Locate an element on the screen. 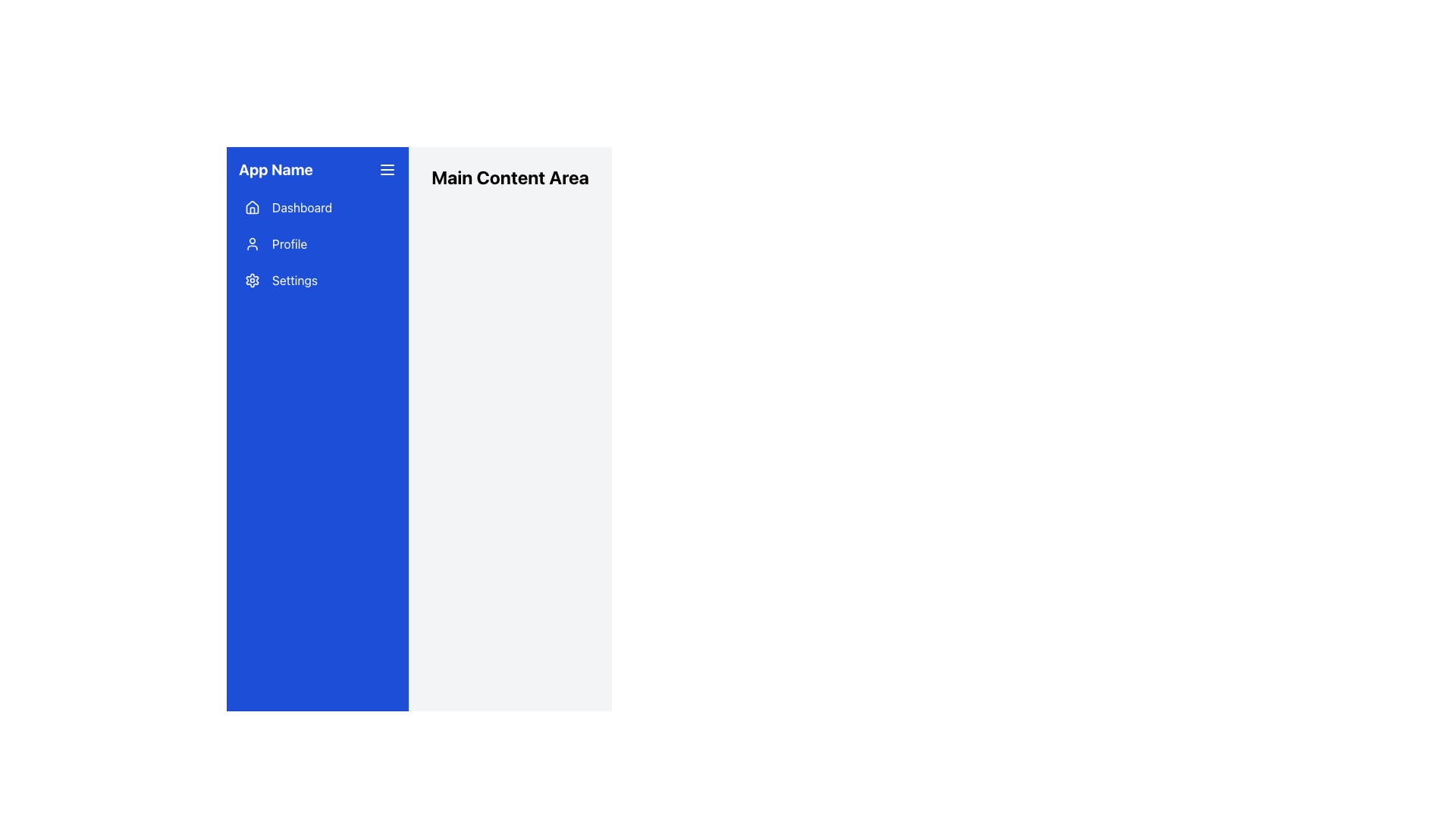 The image size is (1456, 819). the vertical menu component located in the sidebar is located at coordinates (316, 243).